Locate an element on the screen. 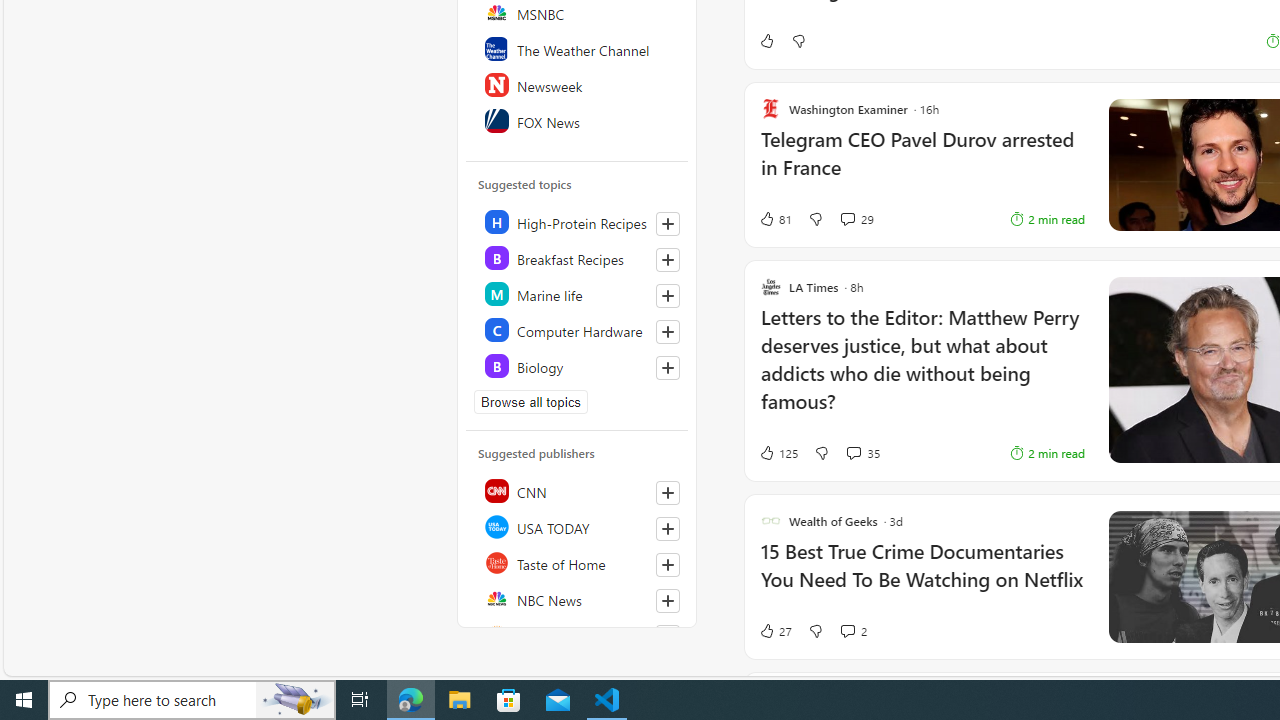 The height and width of the screenshot is (720, 1280). 'View comments 35 Comment' is located at coordinates (853, 452).